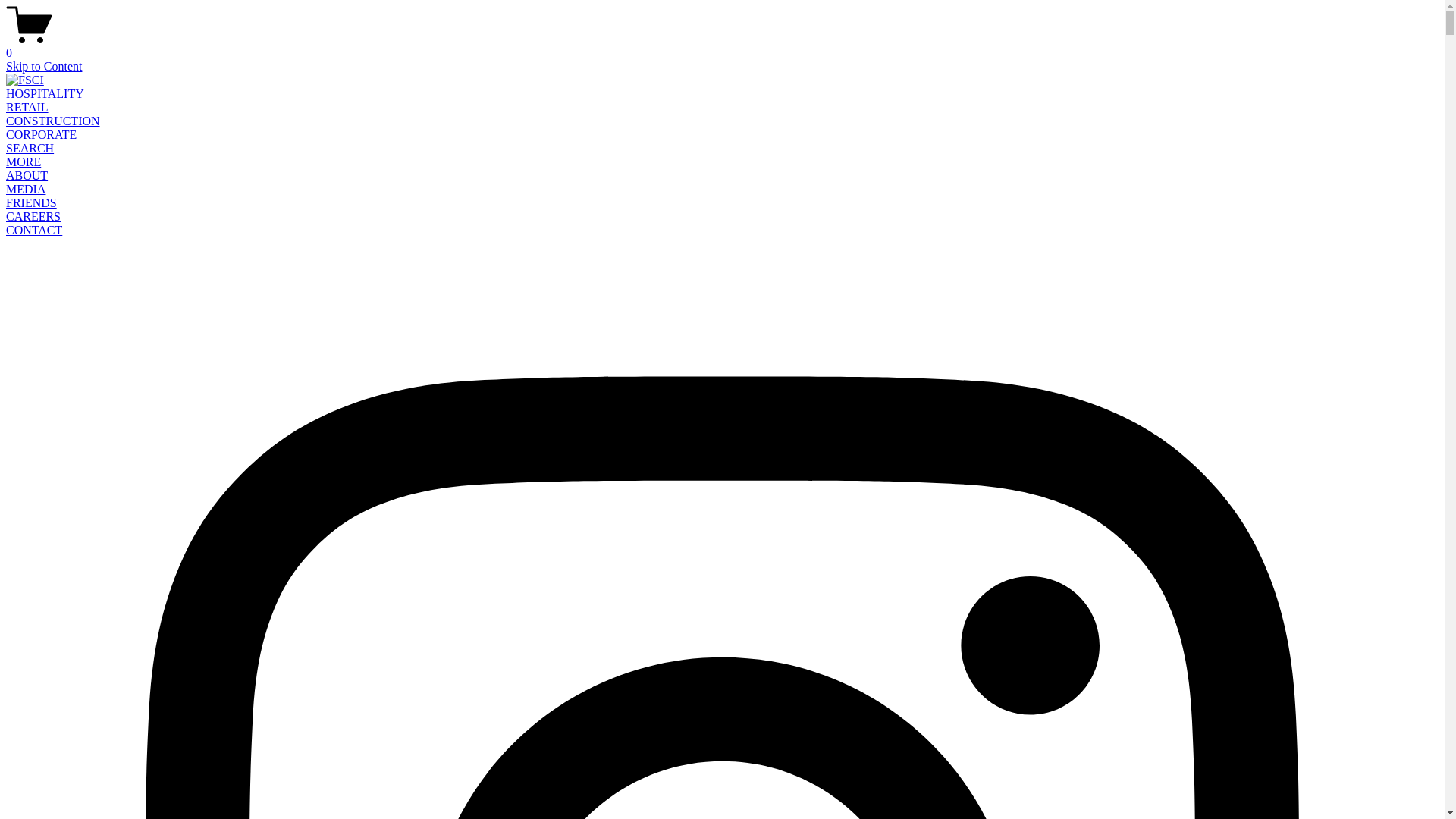 The image size is (1456, 819). Describe the element at coordinates (23, 162) in the screenshot. I see `'MORE'` at that location.